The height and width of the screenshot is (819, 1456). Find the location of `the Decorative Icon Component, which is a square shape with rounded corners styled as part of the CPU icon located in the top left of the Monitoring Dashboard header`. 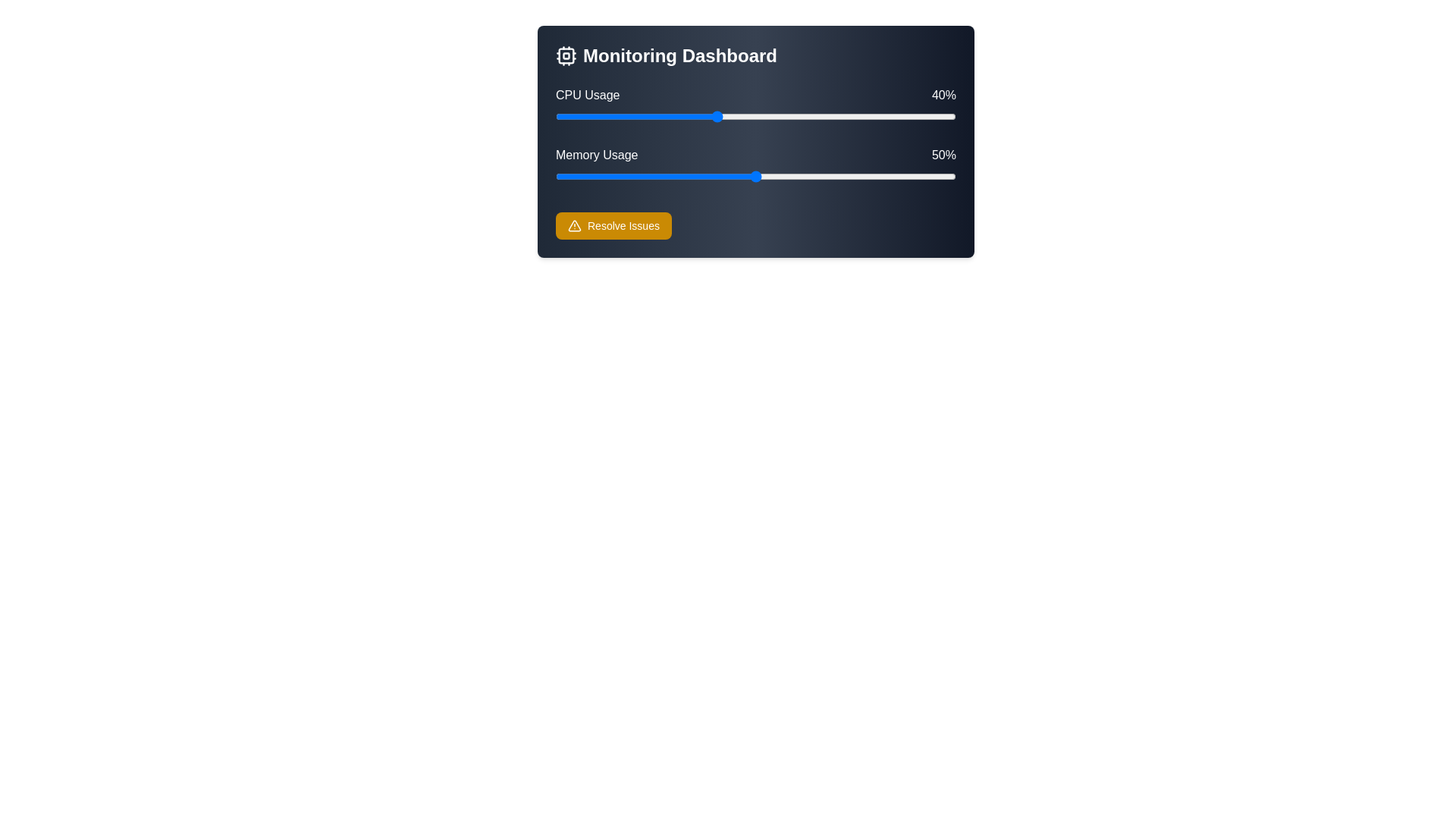

the Decorative Icon Component, which is a square shape with rounded corners styled as part of the CPU icon located in the top left of the Monitoring Dashboard header is located at coordinates (566, 55).